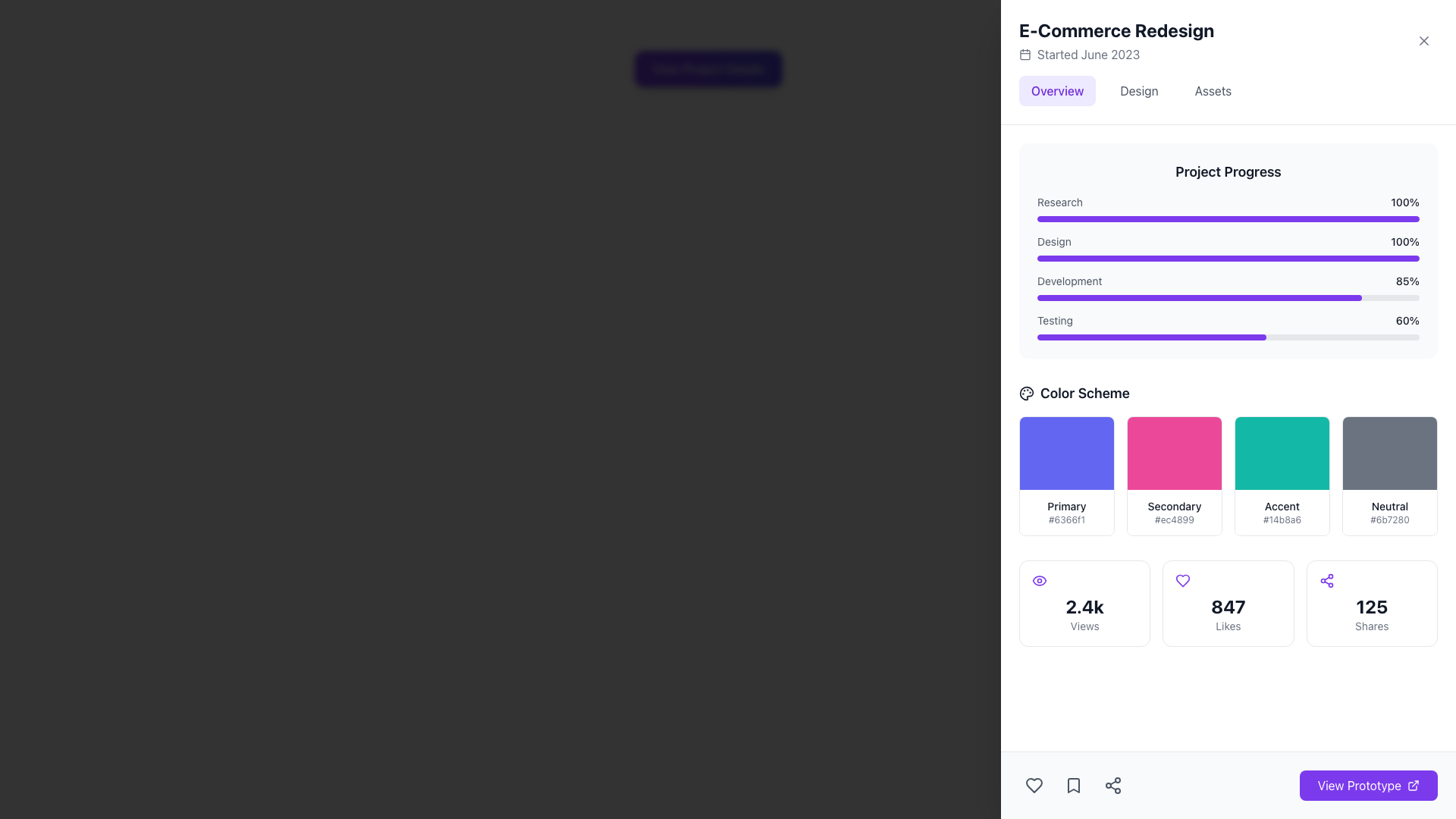 This screenshot has height=819, width=1456. What do you see at coordinates (1228, 171) in the screenshot?
I see `header text located at the top of the progress section, which provides context for the displayed progress bars` at bounding box center [1228, 171].